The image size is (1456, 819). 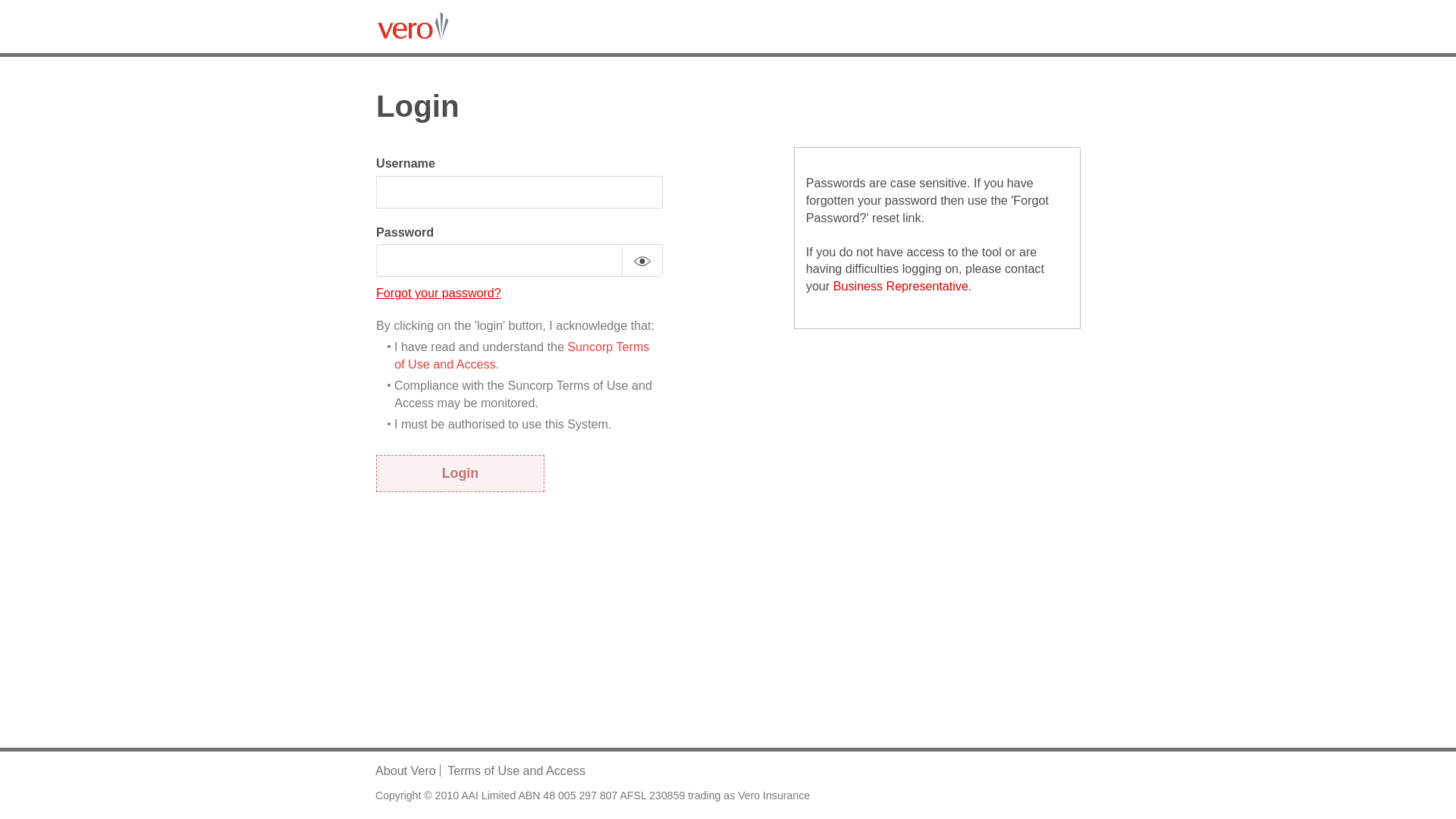 What do you see at coordinates (516, 770) in the screenshot?
I see `'Terms of Use and Access'` at bounding box center [516, 770].